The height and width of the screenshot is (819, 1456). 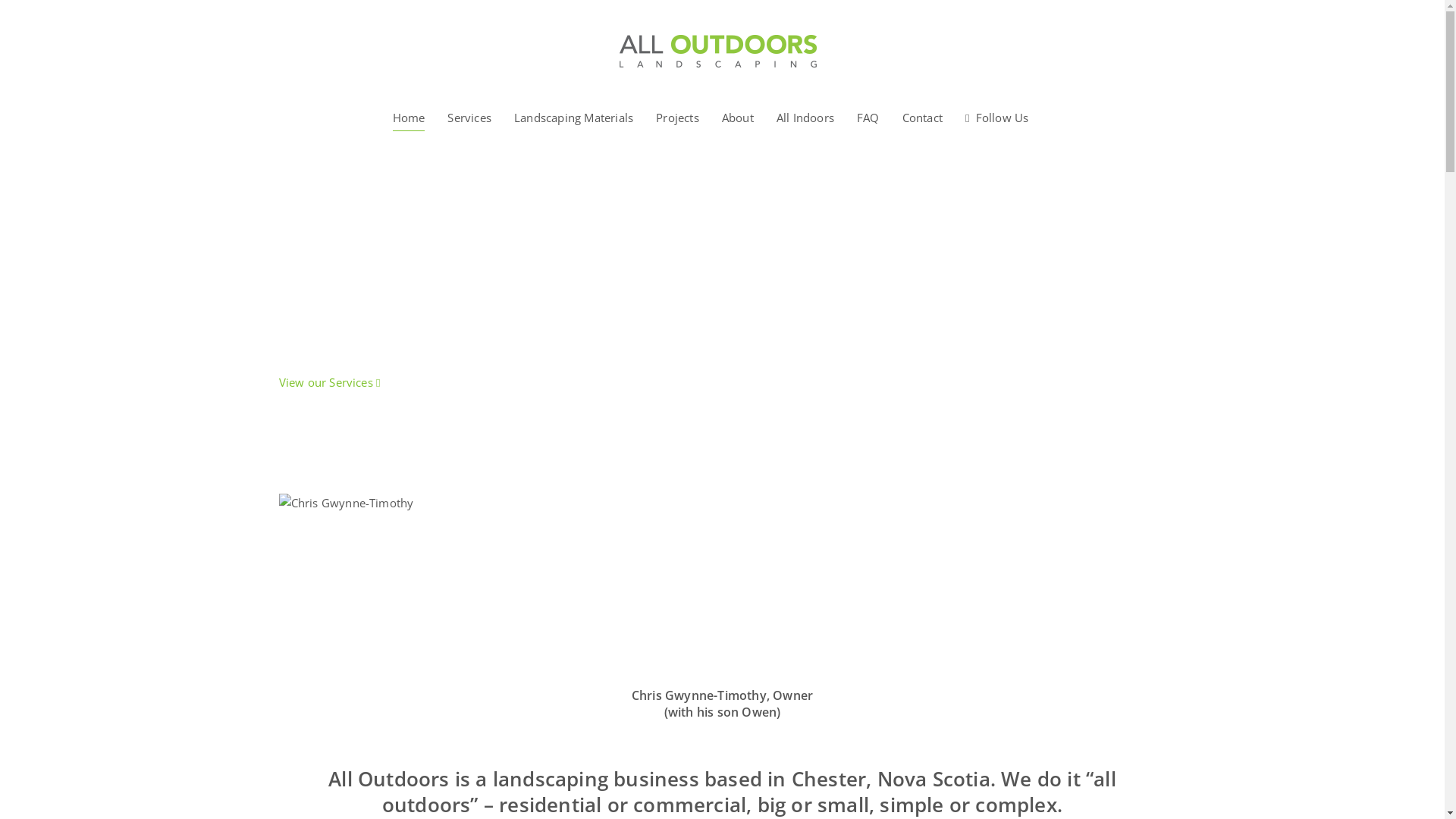 I want to click on 'Contact', so click(x=921, y=116).